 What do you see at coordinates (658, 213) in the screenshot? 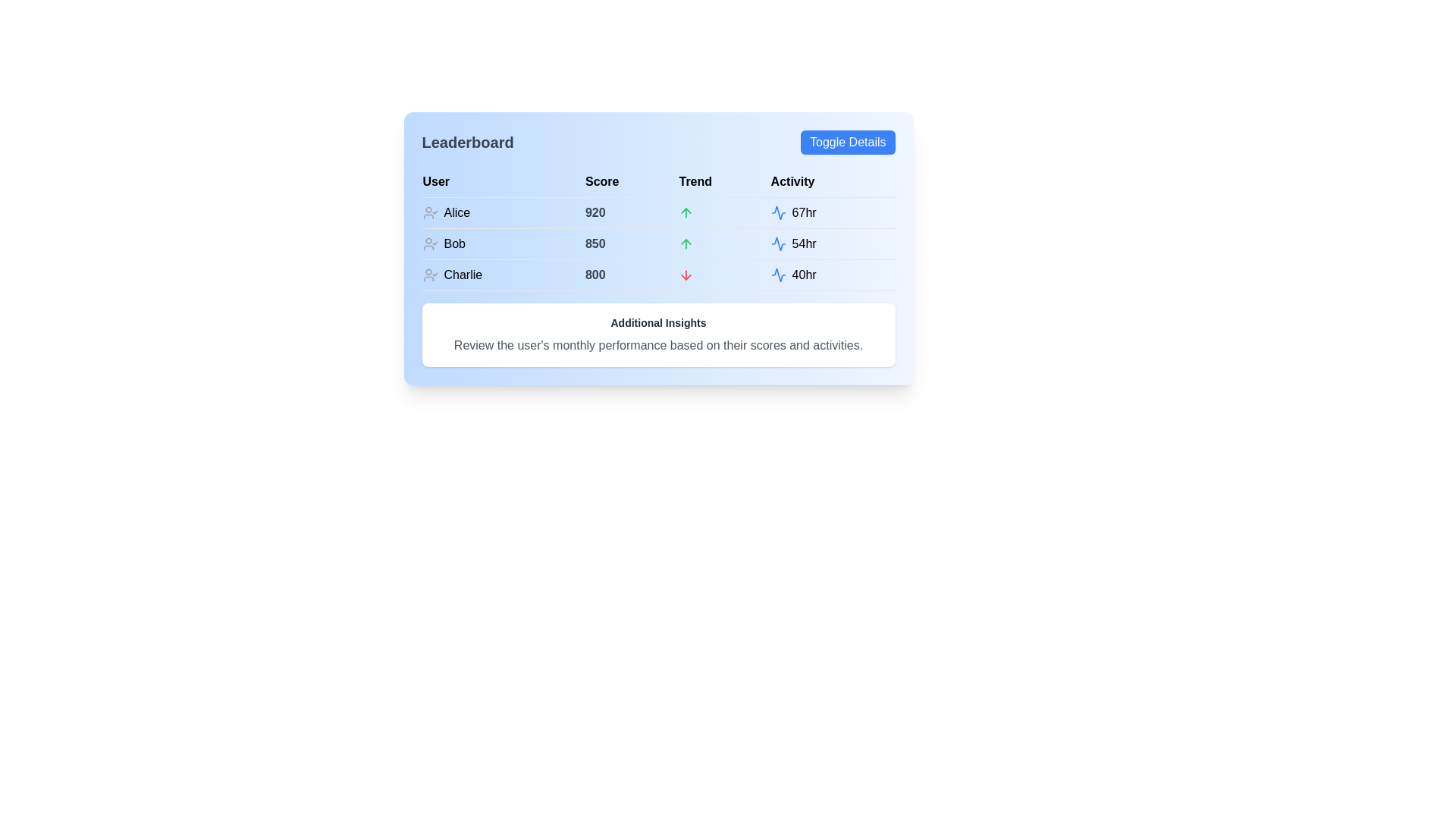
I see `the first row of the leaderboard table that displays user information including name, score, trend, and activity duration` at bounding box center [658, 213].